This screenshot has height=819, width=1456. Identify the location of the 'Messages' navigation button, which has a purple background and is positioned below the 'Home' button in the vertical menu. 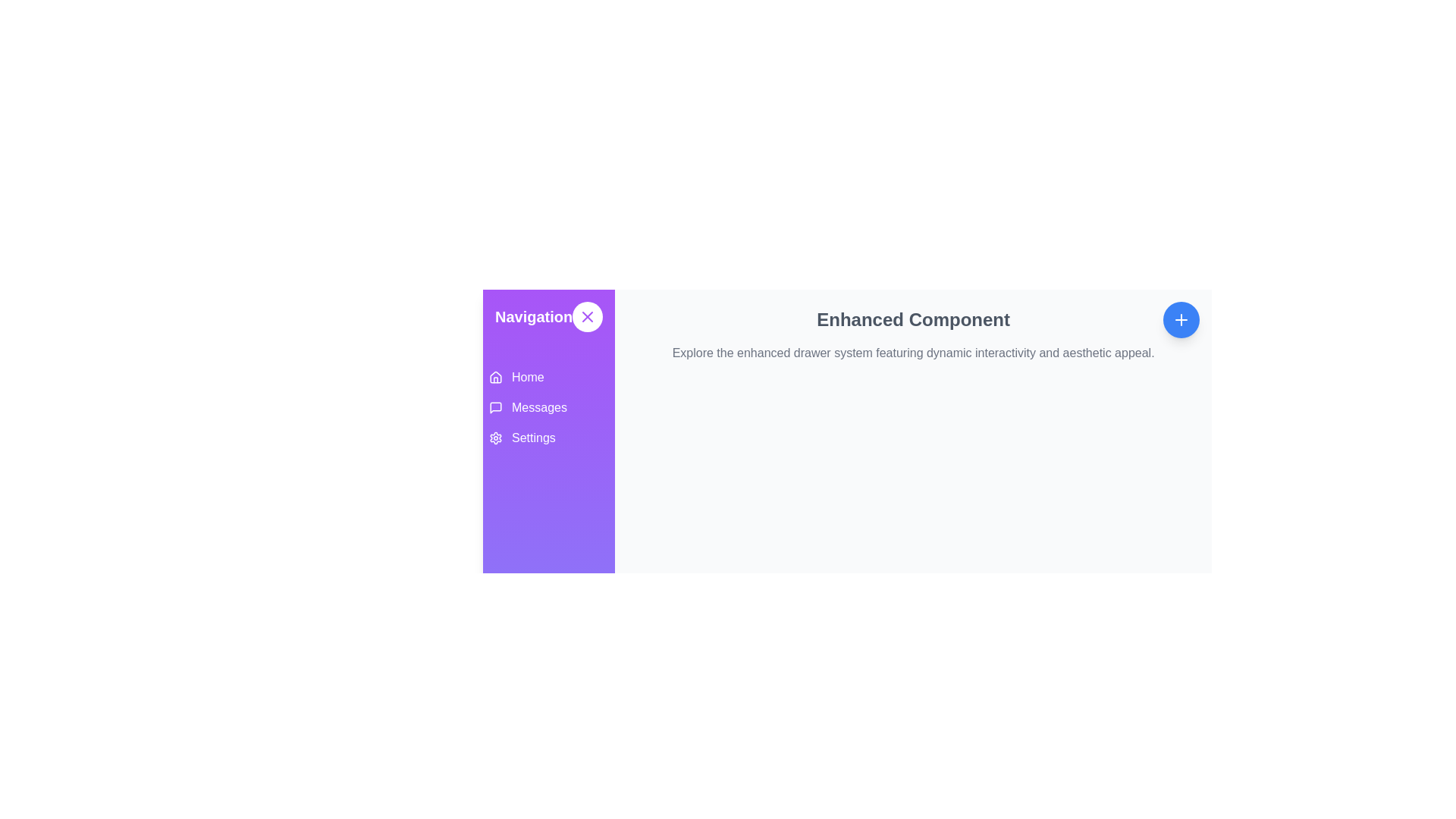
(548, 406).